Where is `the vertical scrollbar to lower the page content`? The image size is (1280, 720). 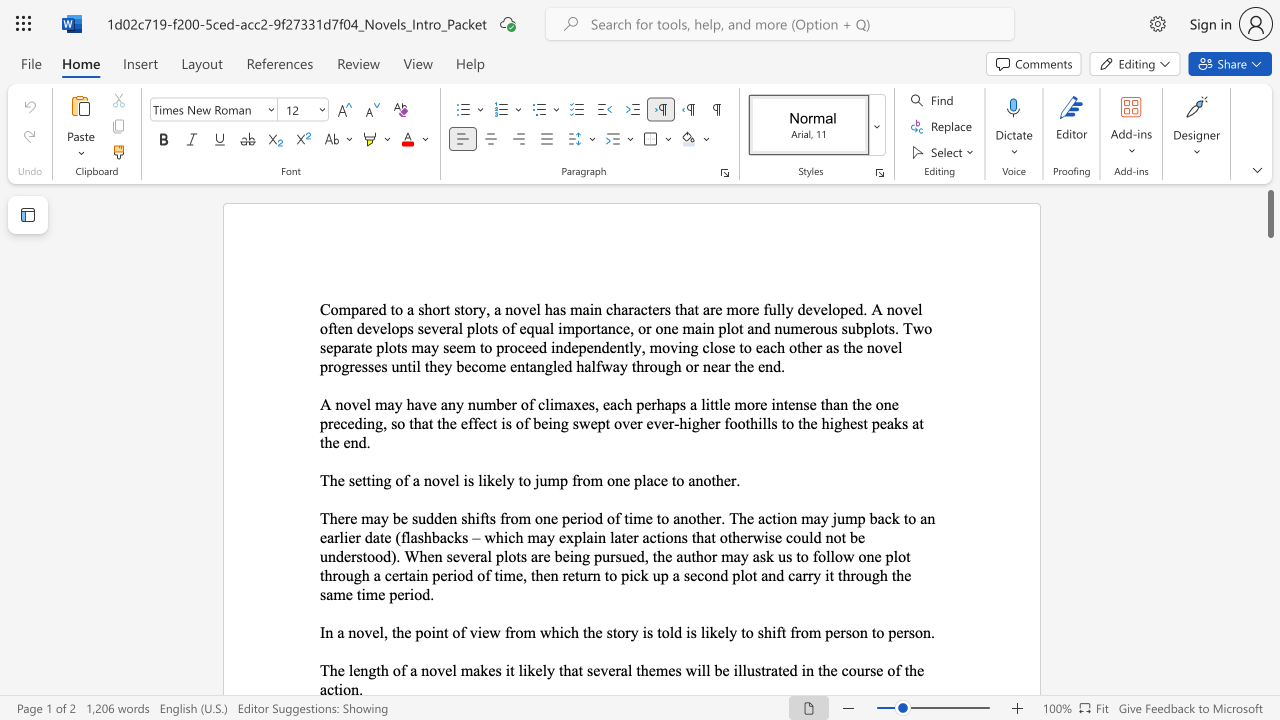
the vertical scrollbar to lower the page content is located at coordinates (1269, 598).